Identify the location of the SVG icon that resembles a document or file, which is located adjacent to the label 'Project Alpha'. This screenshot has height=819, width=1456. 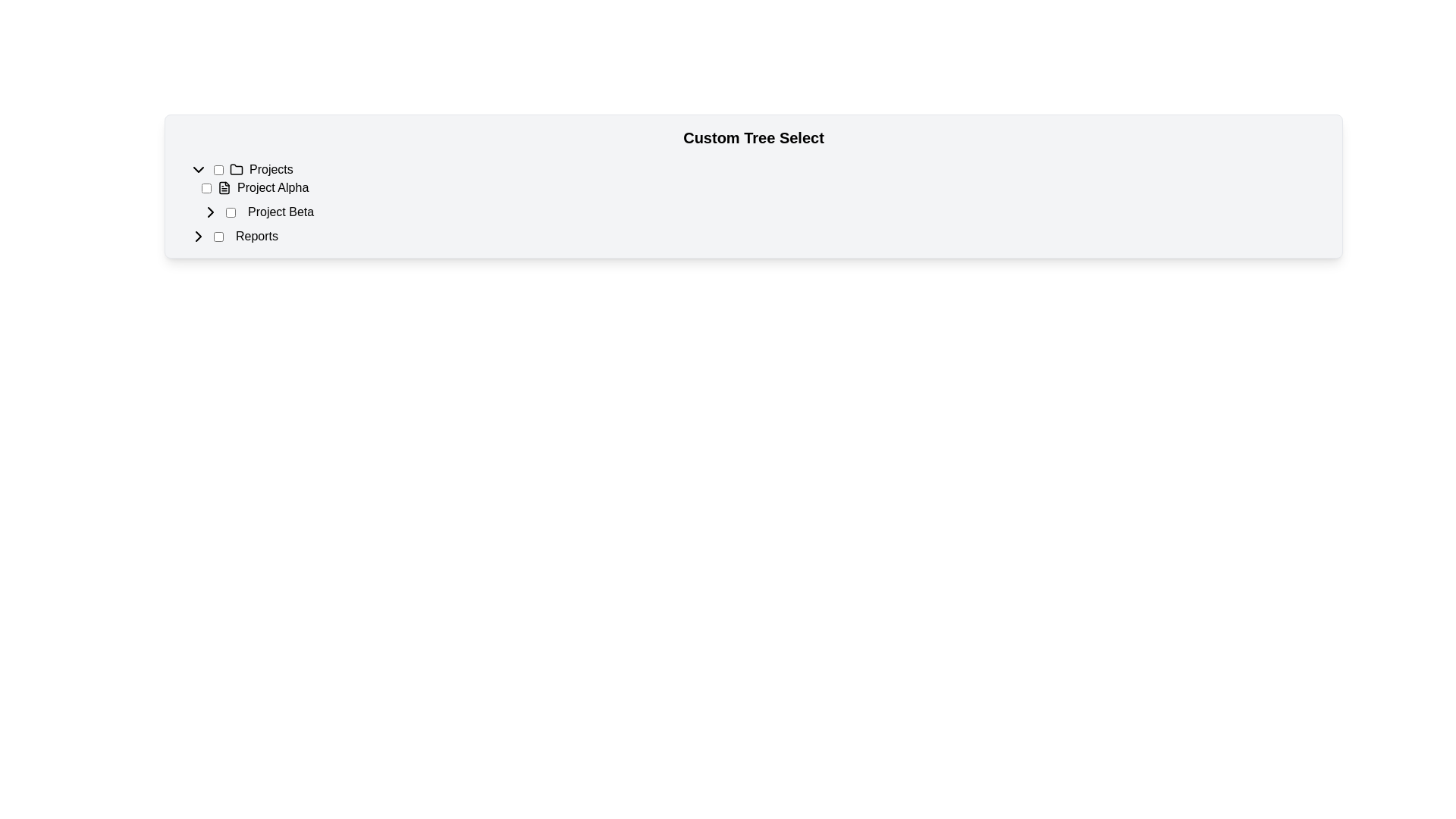
(224, 187).